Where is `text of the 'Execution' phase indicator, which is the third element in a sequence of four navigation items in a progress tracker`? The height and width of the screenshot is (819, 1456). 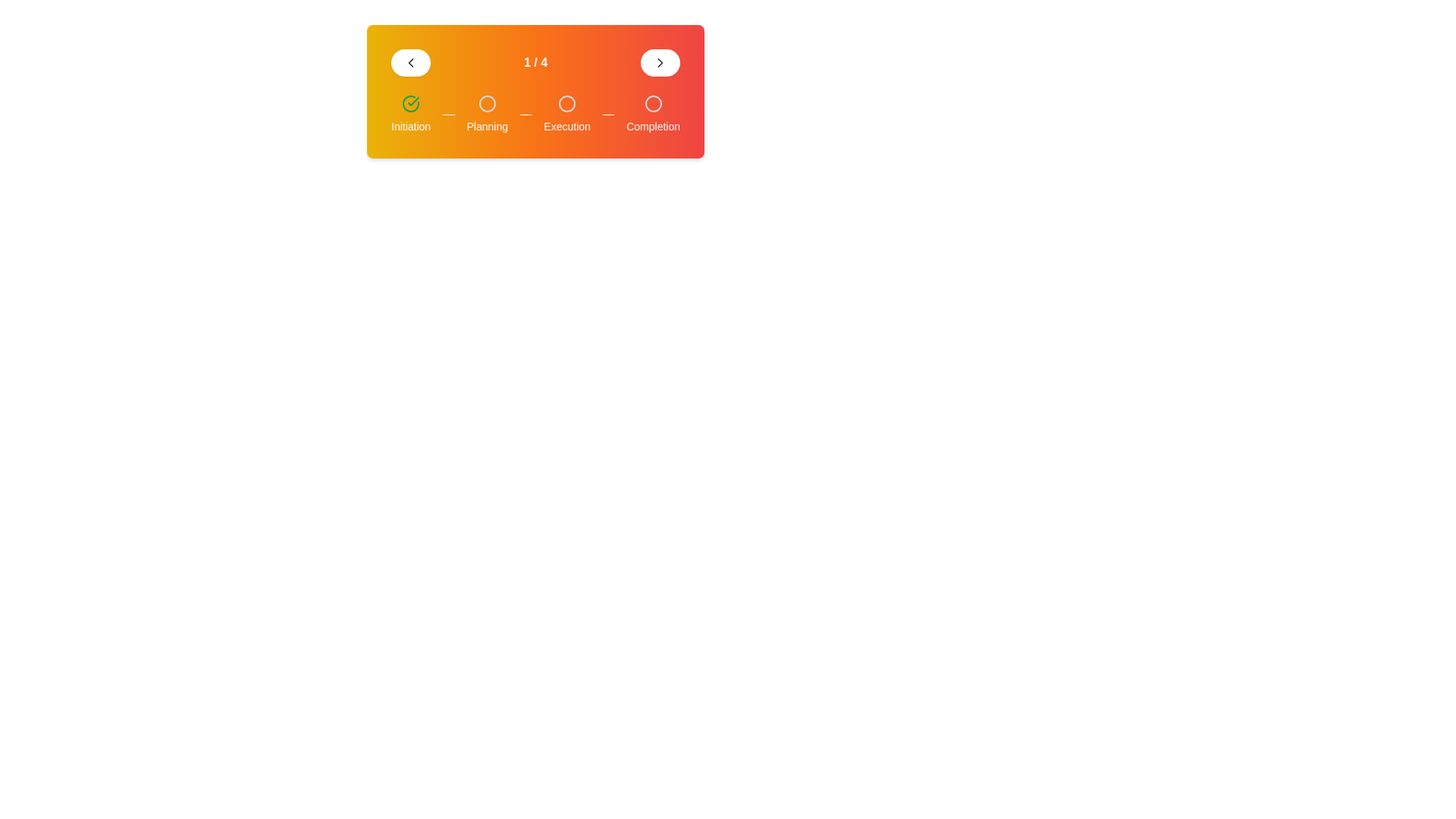
text of the 'Execution' phase indicator, which is the third element in a sequence of four navigation items in a progress tracker is located at coordinates (566, 113).